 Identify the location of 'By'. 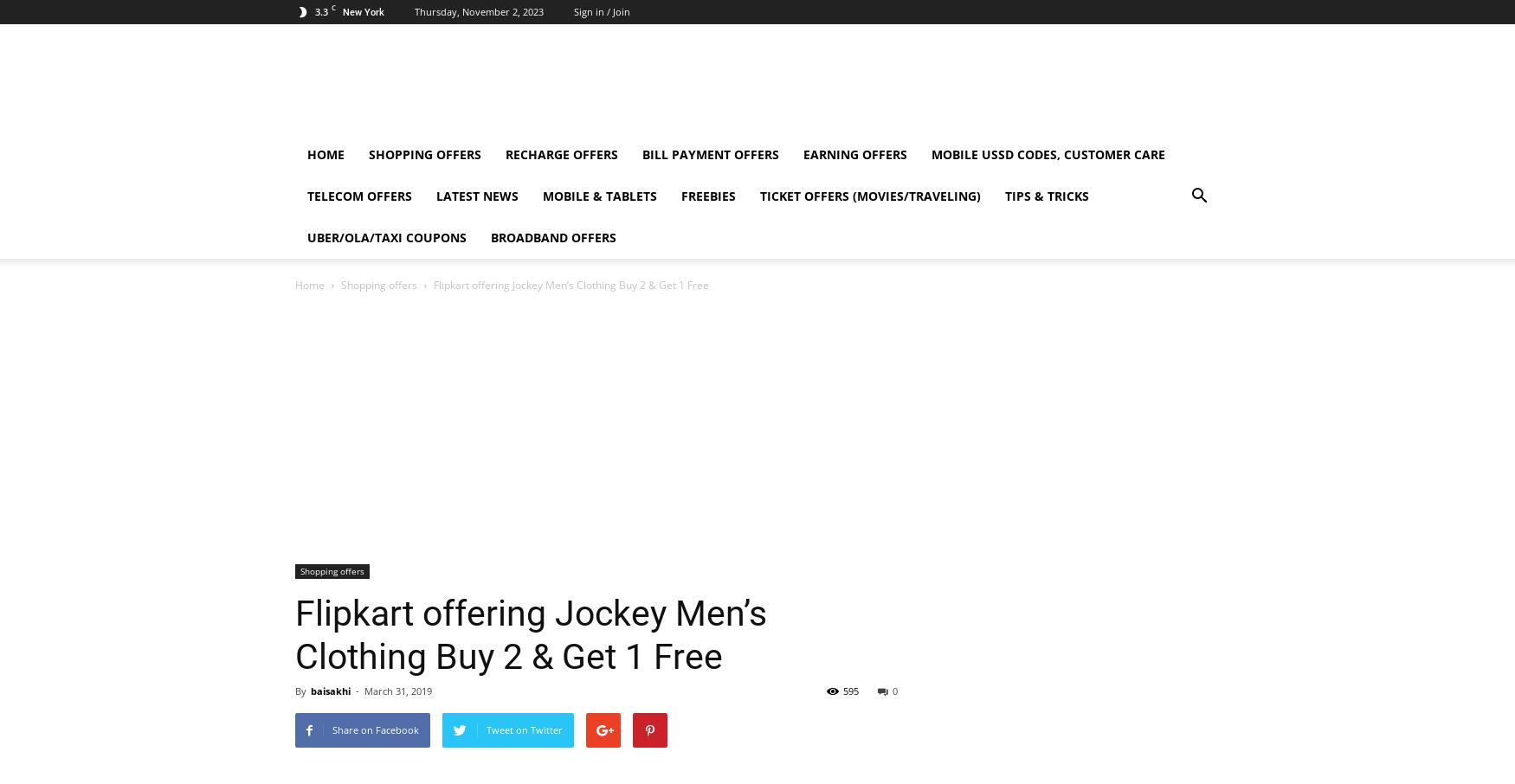
(300, 691).